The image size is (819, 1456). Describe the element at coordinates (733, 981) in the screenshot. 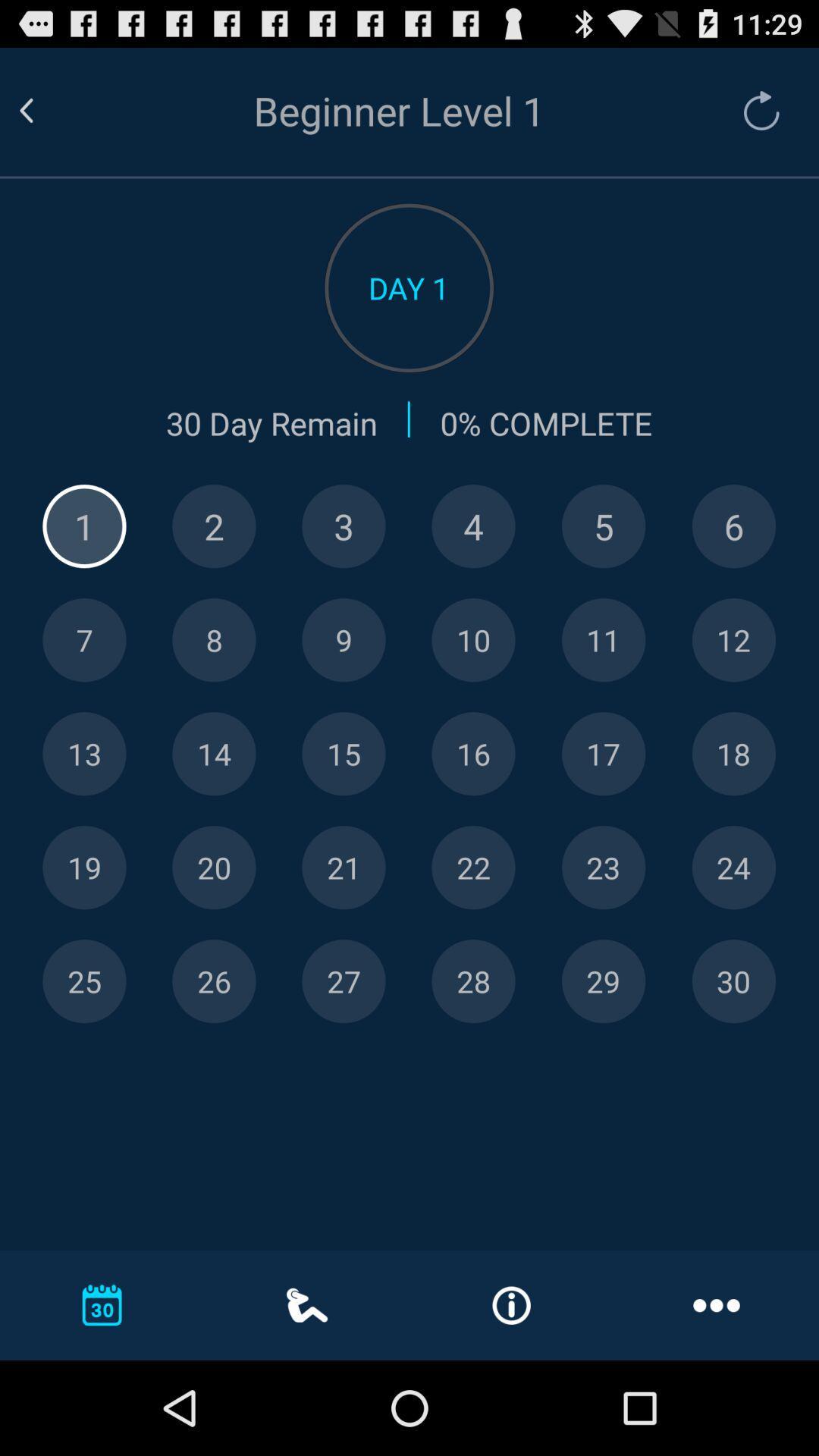

I see `let you look at that specific day` at that location.